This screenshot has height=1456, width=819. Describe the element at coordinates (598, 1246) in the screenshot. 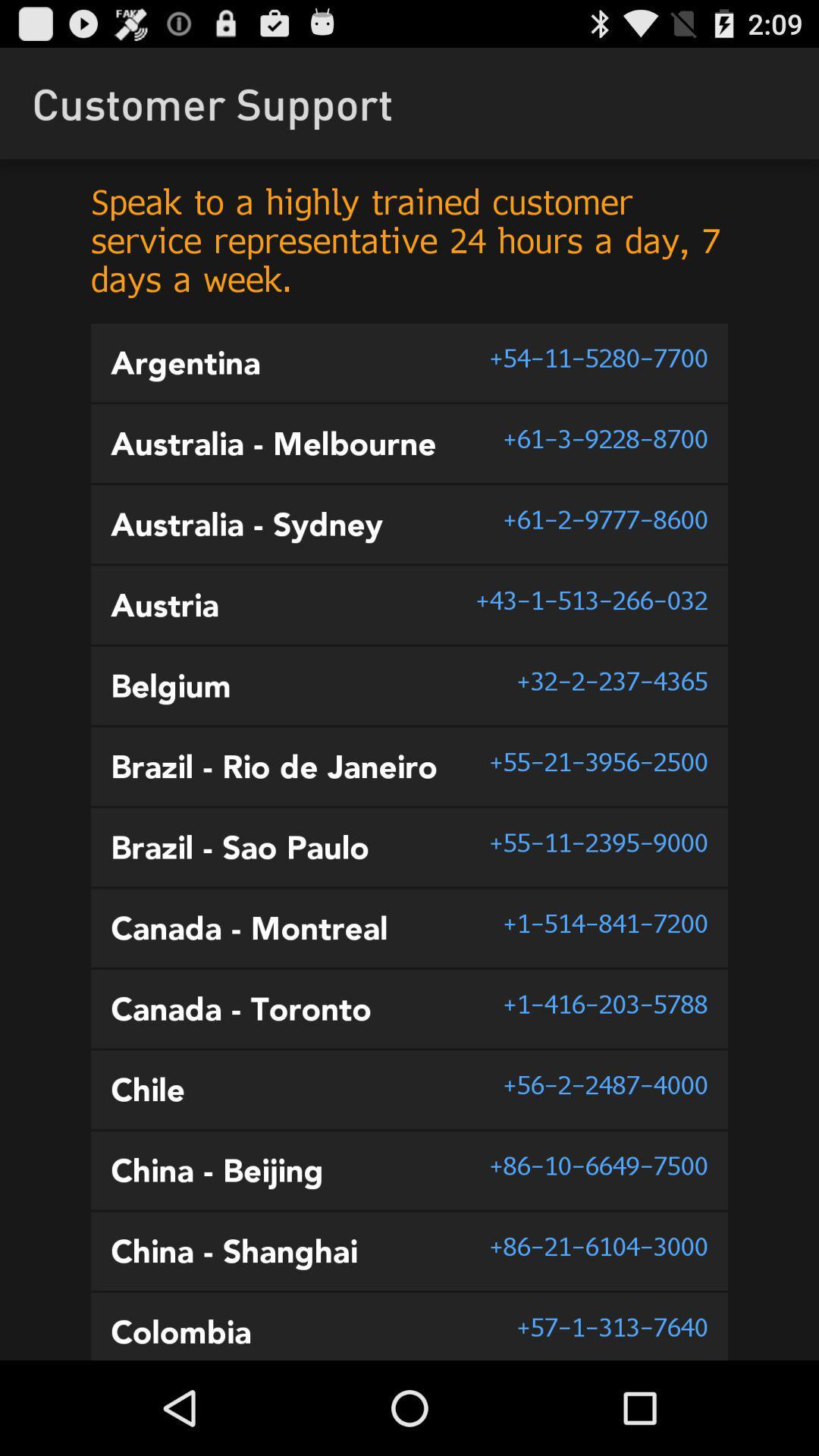

I see `item to the right of china - shanghai item` at that location.